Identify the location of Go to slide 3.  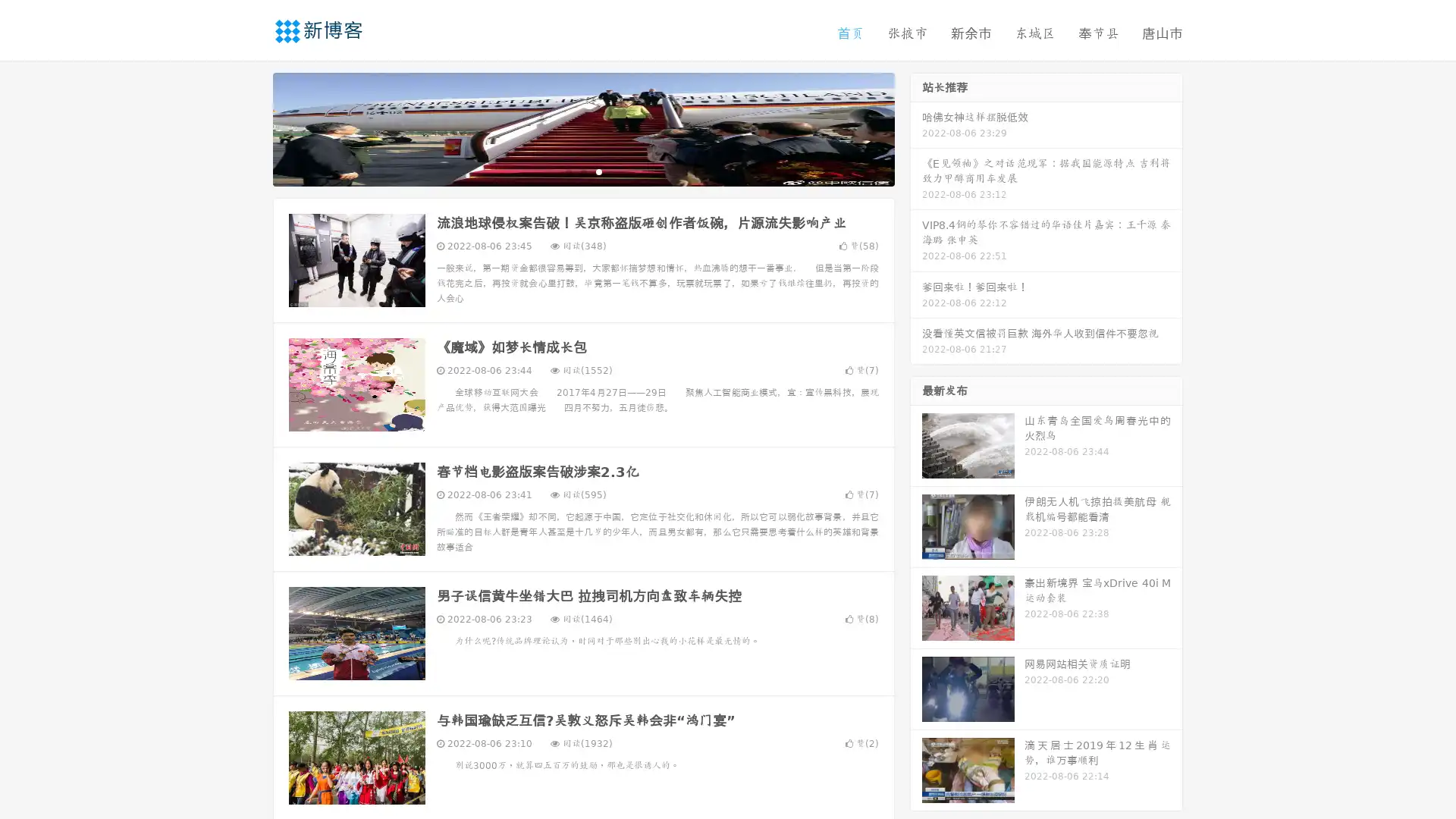
(598, 171).